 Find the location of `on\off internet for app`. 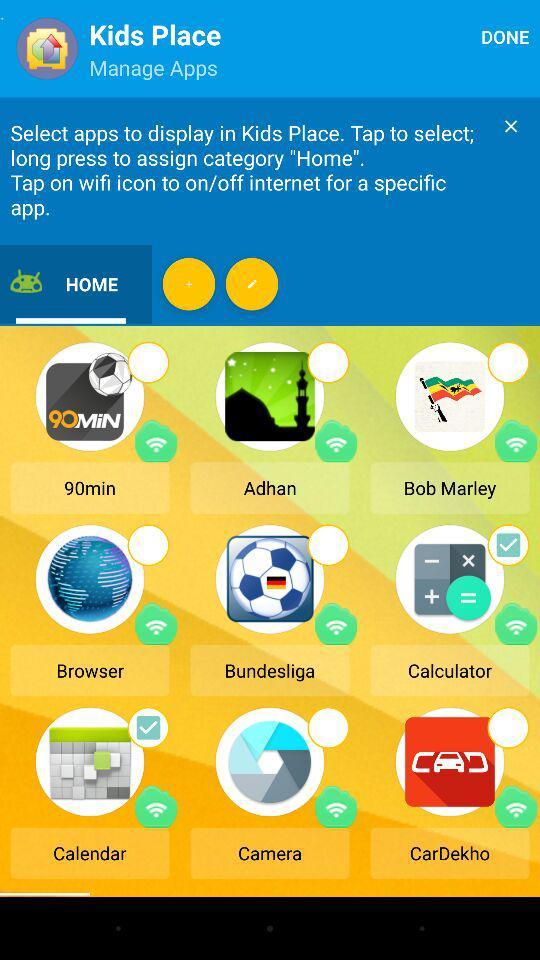

on\off internet for app is located at coordinates (336, 623).